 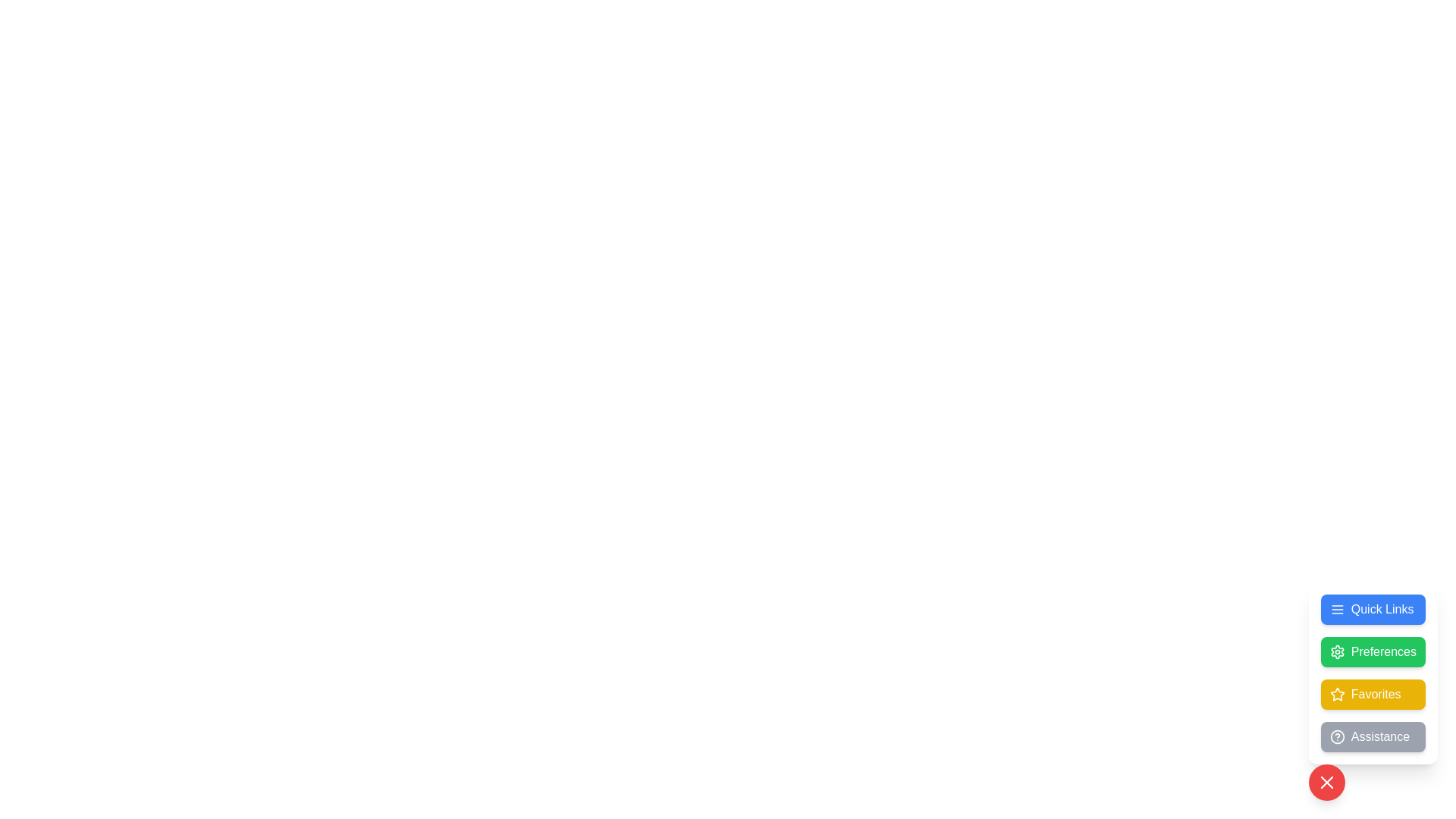 I want to click on the circular question mark icon with a gray background located in the 'Assistance' option at the bottom-right corner of the interface, so click(x=1337, y=736).